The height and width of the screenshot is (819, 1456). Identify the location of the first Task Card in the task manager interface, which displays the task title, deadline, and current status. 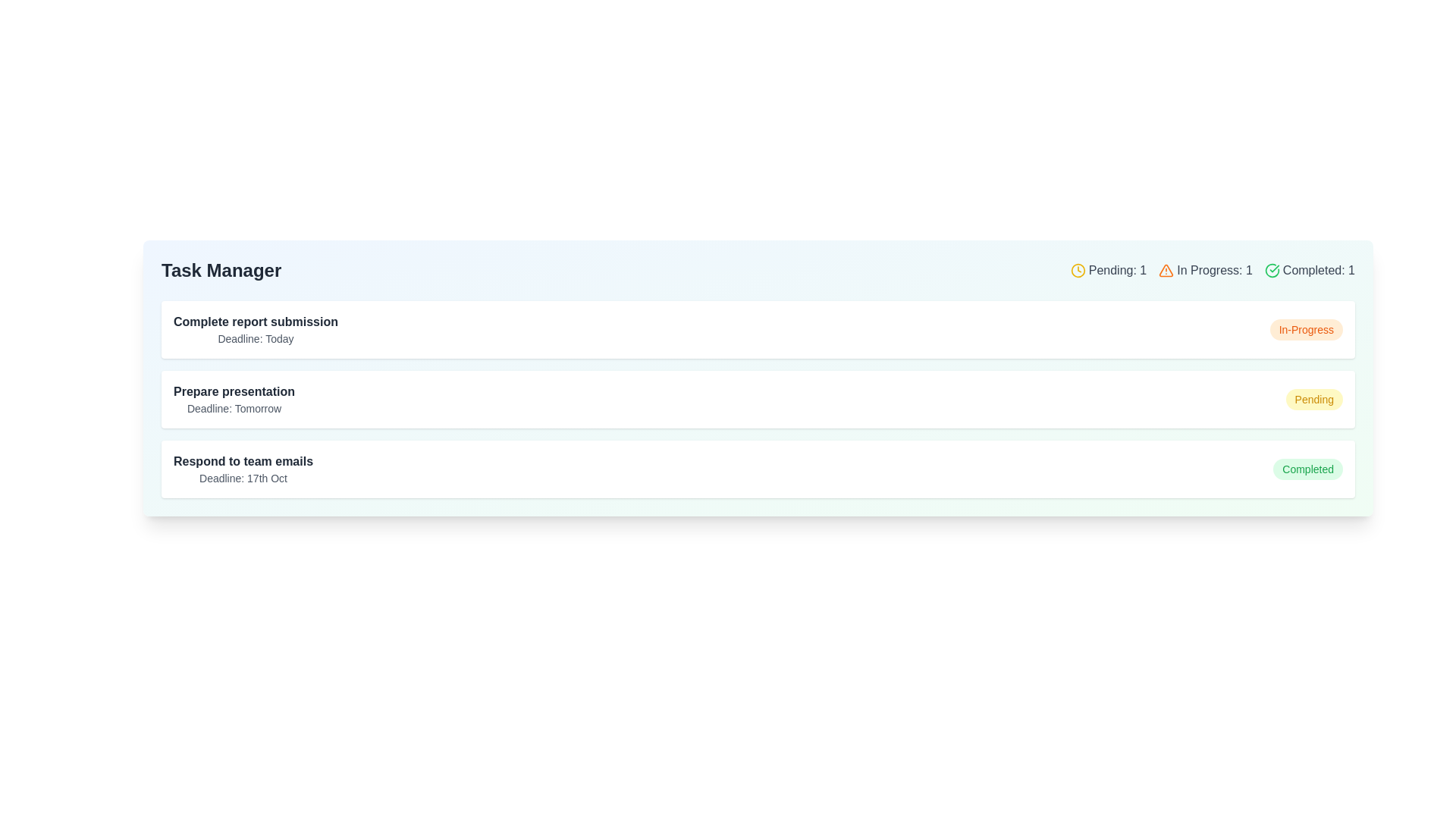
(758, 329).